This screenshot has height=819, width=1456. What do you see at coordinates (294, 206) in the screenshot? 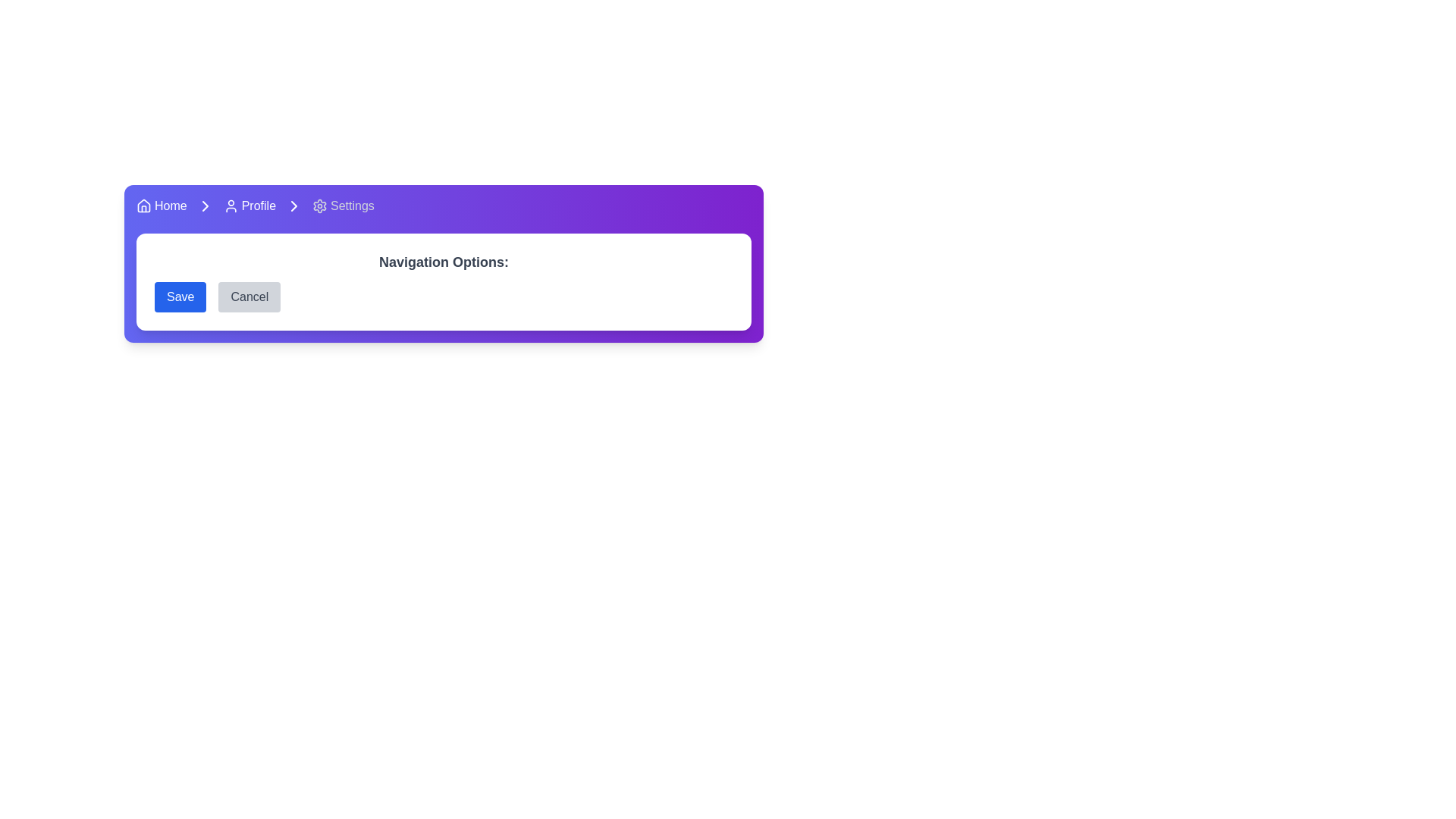
I see `the right-pointing arrow icon located in the navigation bar, which is adjacent to the 'Profile' button and precedes the 'Settings' button` at bounding box center [294, 206].